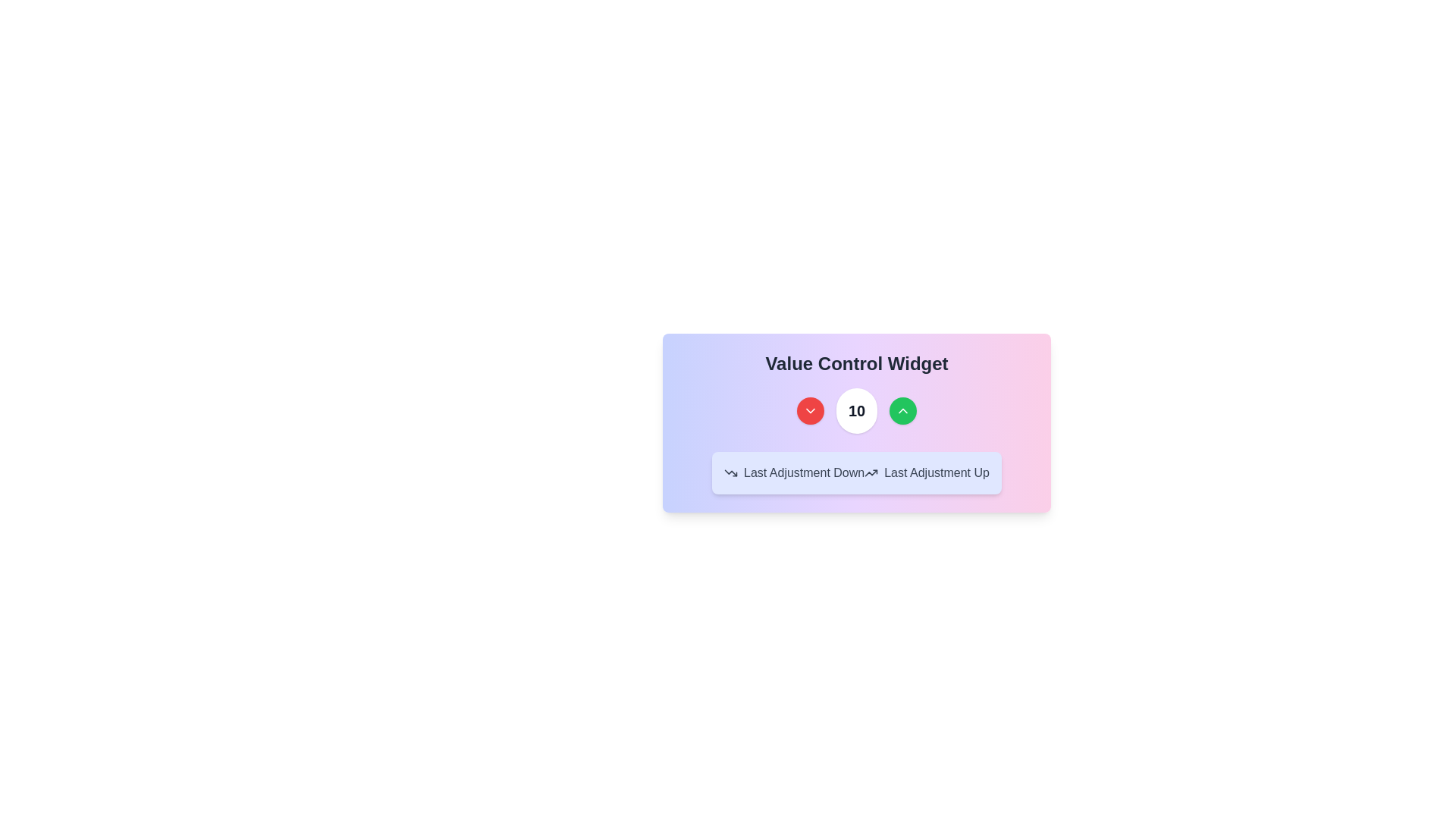 This screenshot has height=819, width=1456. Describe the element at coordinates (731, 472) in the screenshot. I see `the downward trending arrow icon located to the left of the text 'Last Adjustment Down' at the bottom left side of the card in the UI` at that location.